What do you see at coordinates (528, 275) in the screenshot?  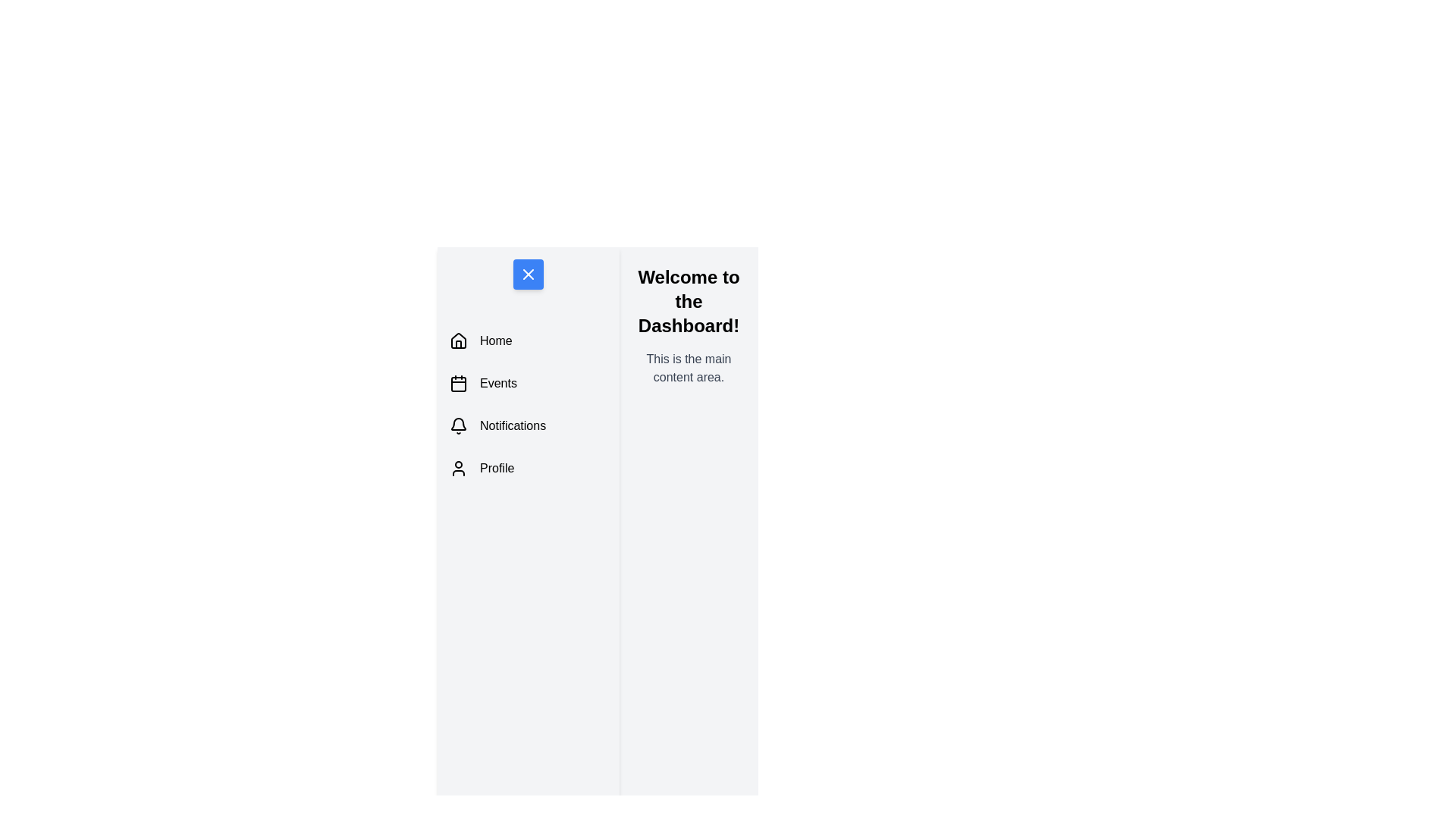 I see `the small diagonal cross icon used as a close or cancel symbol within the blue rectangular button at the top of the left sidebar` at bounding box center [528, 275].